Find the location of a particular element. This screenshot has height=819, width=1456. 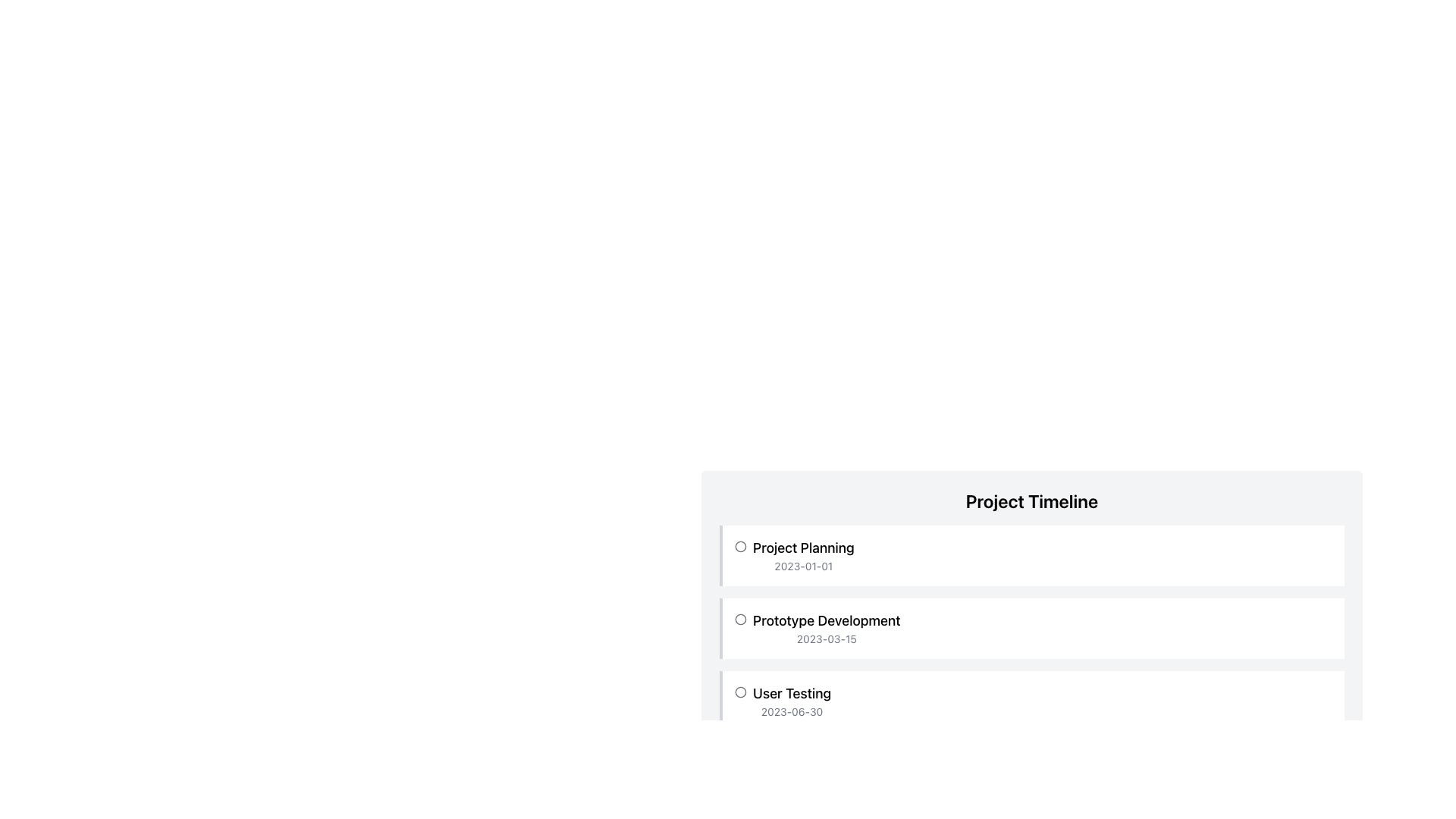

the second timeline entry in the list, which provides information about a specific timeline event, positioned between 'Project Planning' and 'User Testing' is located at coordinates (1033, 629).